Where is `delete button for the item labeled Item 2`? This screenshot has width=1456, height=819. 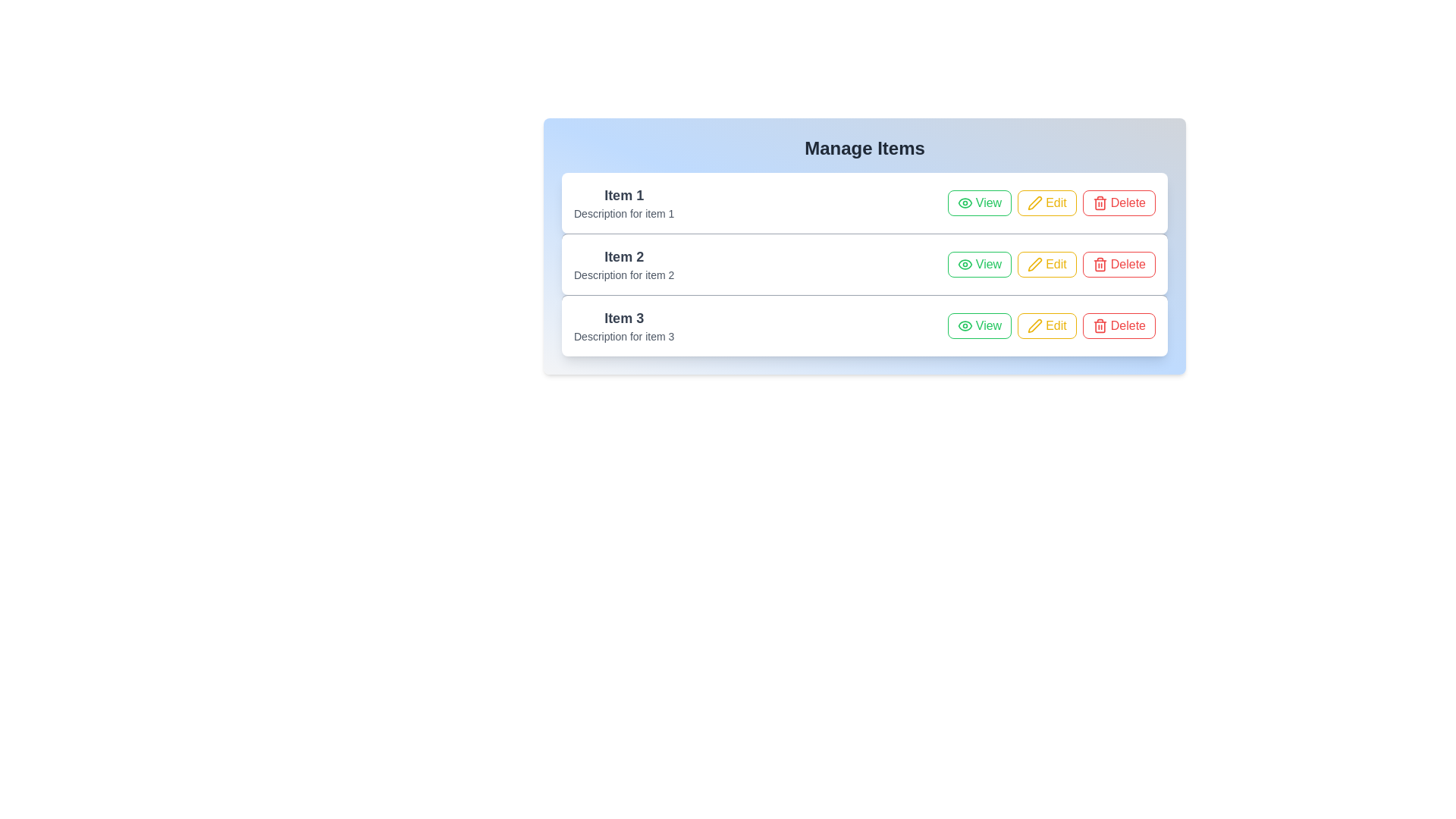 delete button for the item labeled Item 2 is located at coordinates (1119, 263).